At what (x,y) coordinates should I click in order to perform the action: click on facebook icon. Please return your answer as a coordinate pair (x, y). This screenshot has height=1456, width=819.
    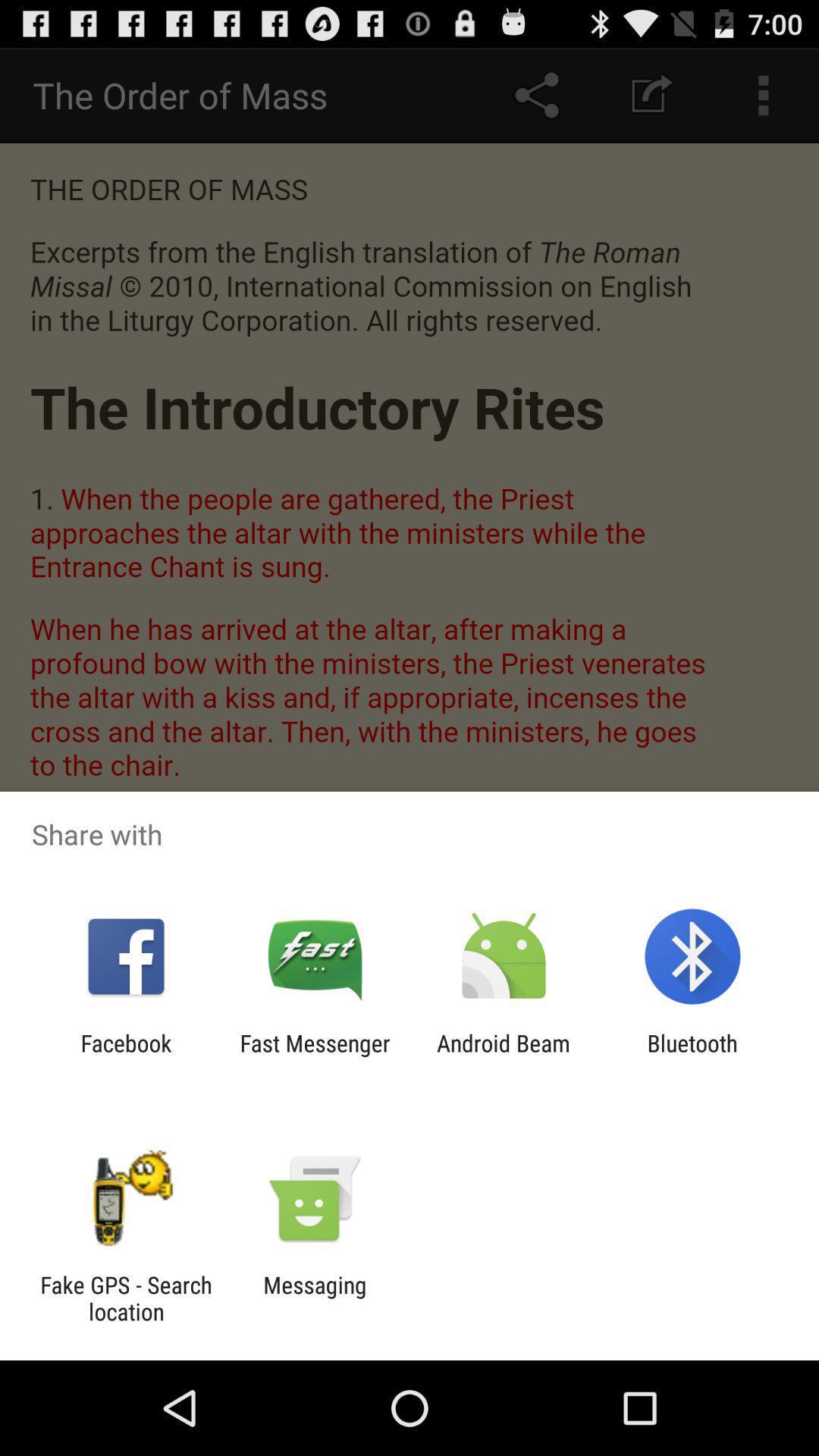
    Looking at the image, I should click on (125, 1056).